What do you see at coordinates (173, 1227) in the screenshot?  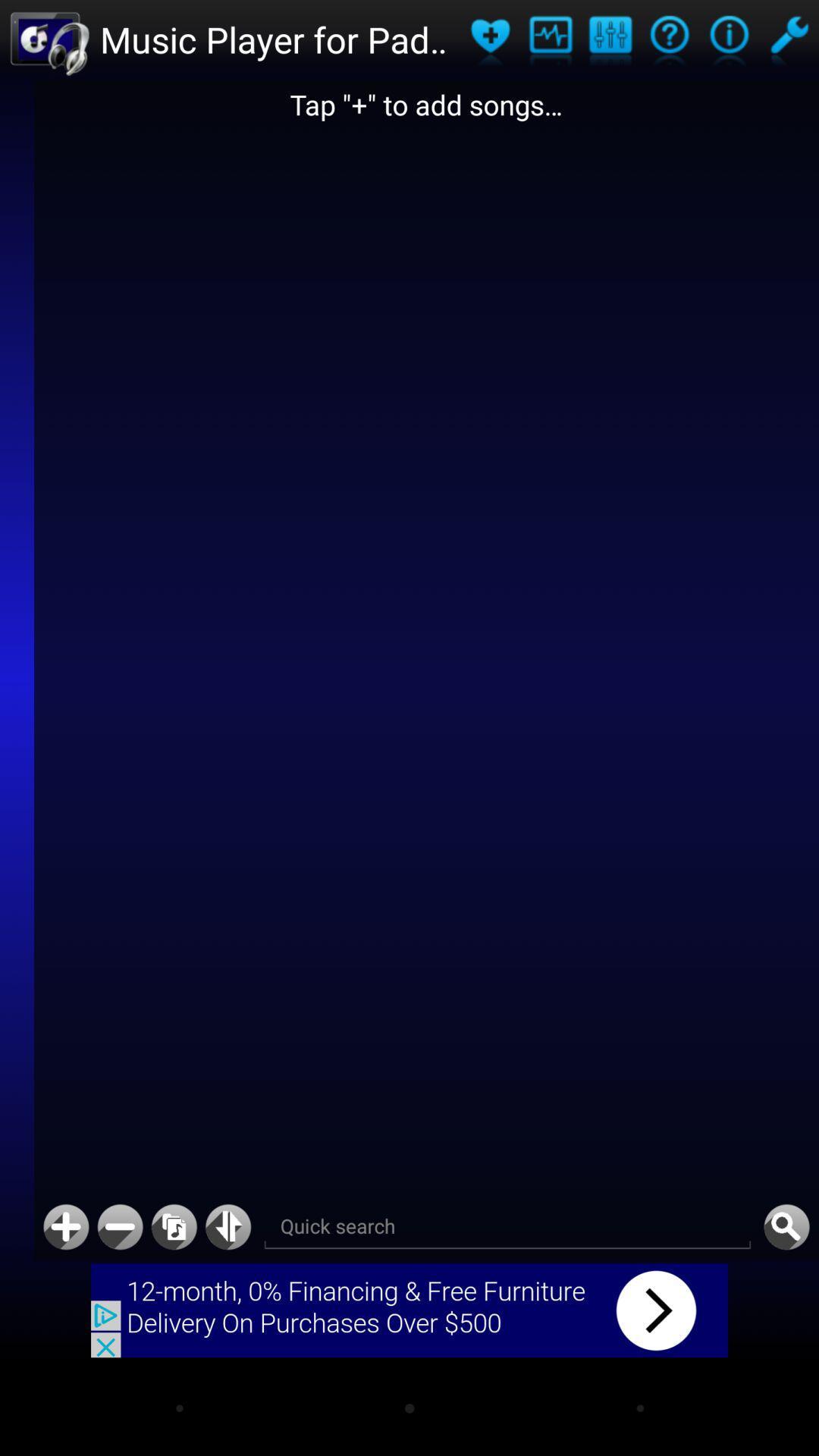 I see `music` at bounding box center [173, 1227].